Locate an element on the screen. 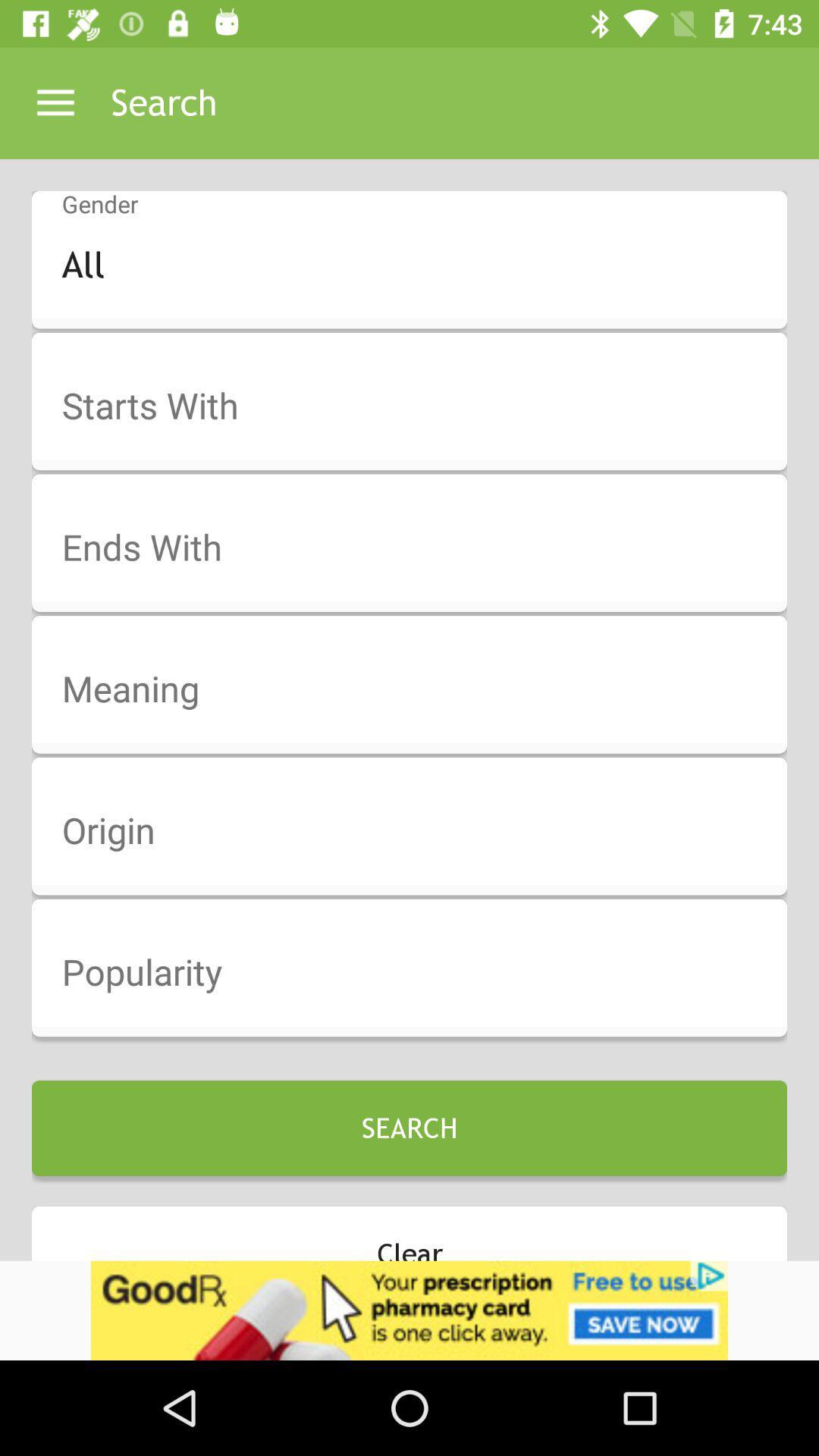 This screenshot has height=1456, width=819. sounds the meaning of a name is located at coordinates (419, 689).